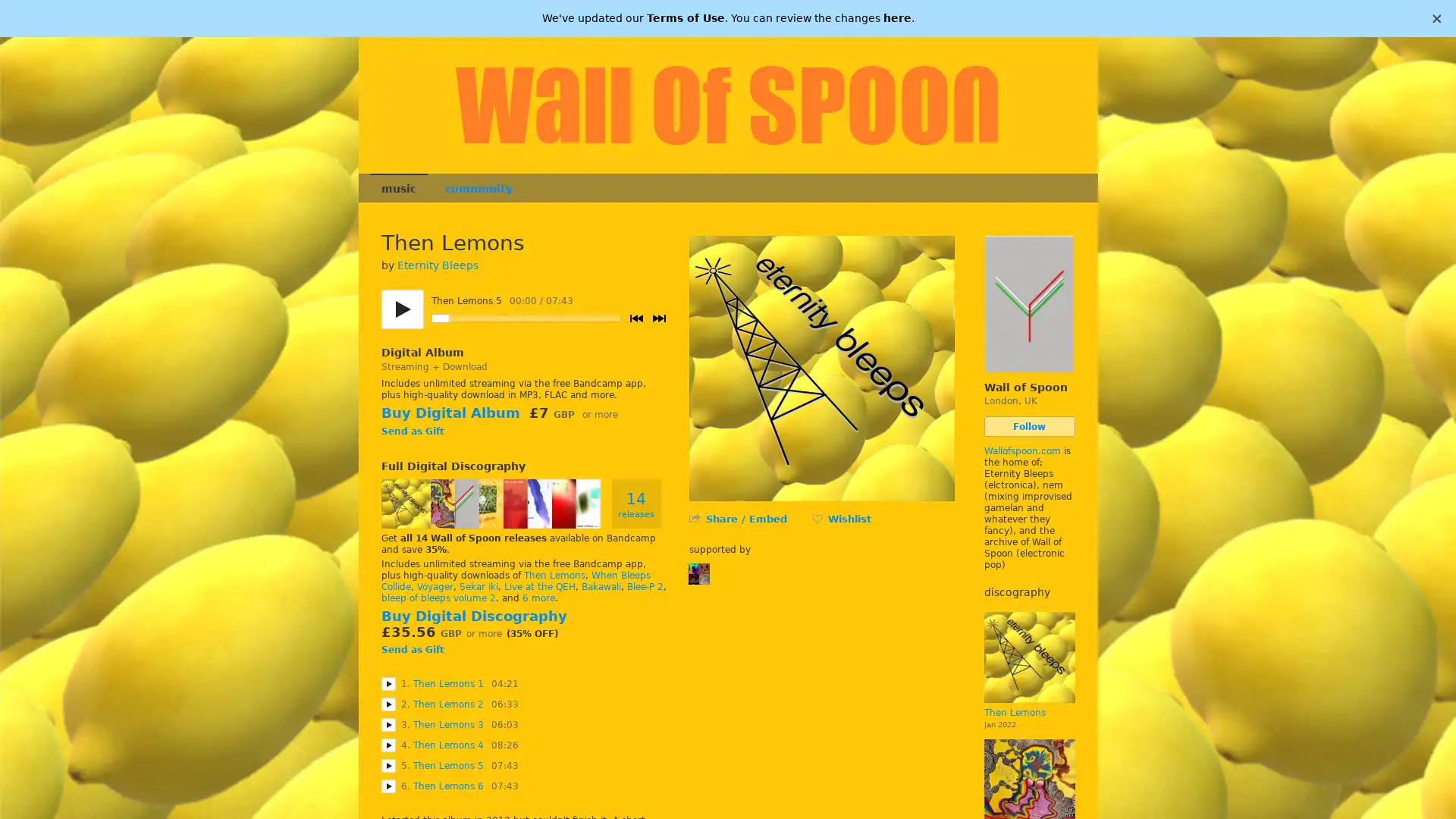 This screenshot has width=1456, height=819. What do you see at coordinates (635, 318) in the screenshot?
I see `Previous track` at bounding box center [635, 318].